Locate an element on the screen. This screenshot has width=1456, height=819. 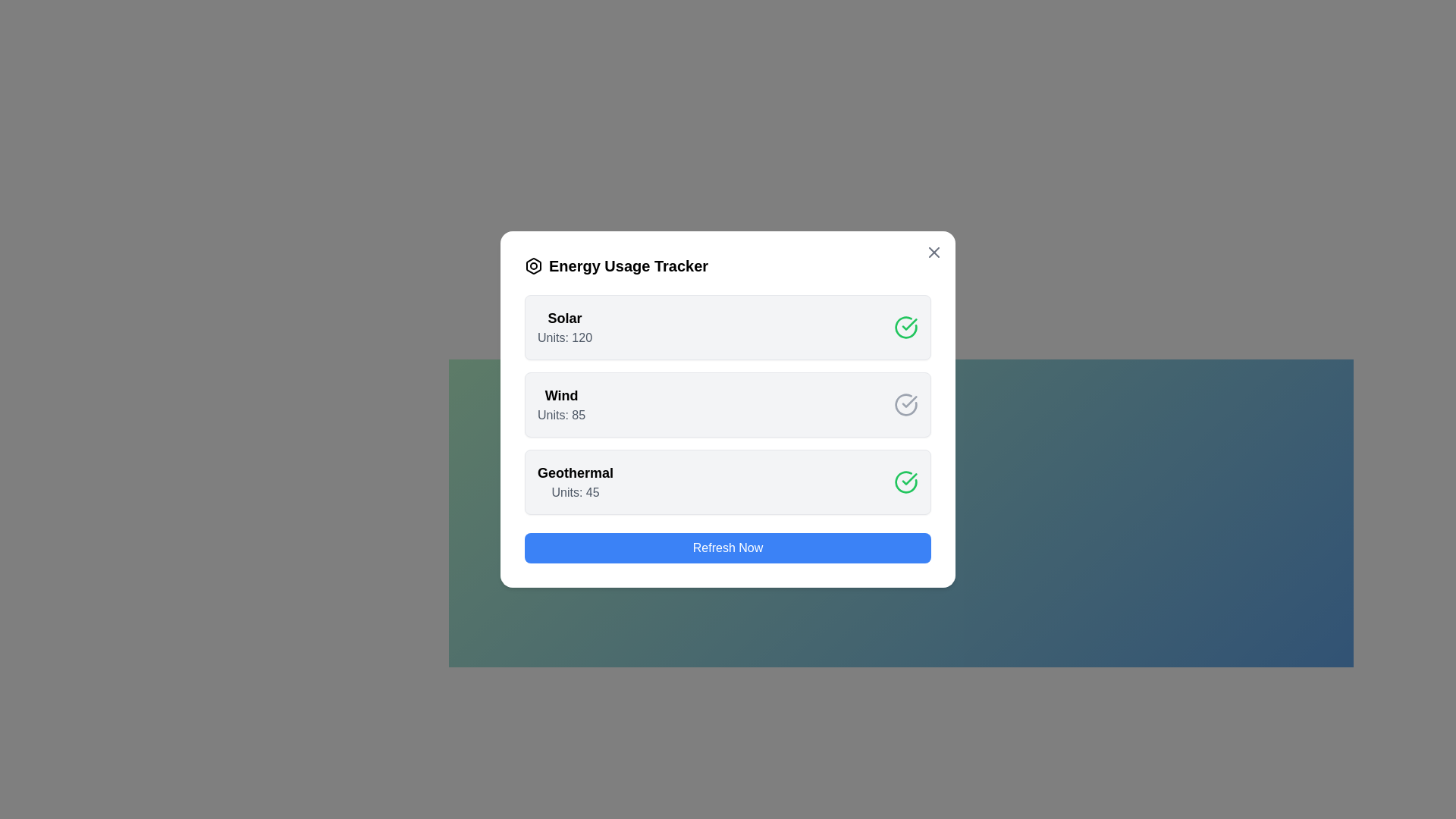
the checkmark icon that confirms the 'Geothermal' item, located on the right side of the list item and part of the SVG icon is located at coordinates (909, 400).